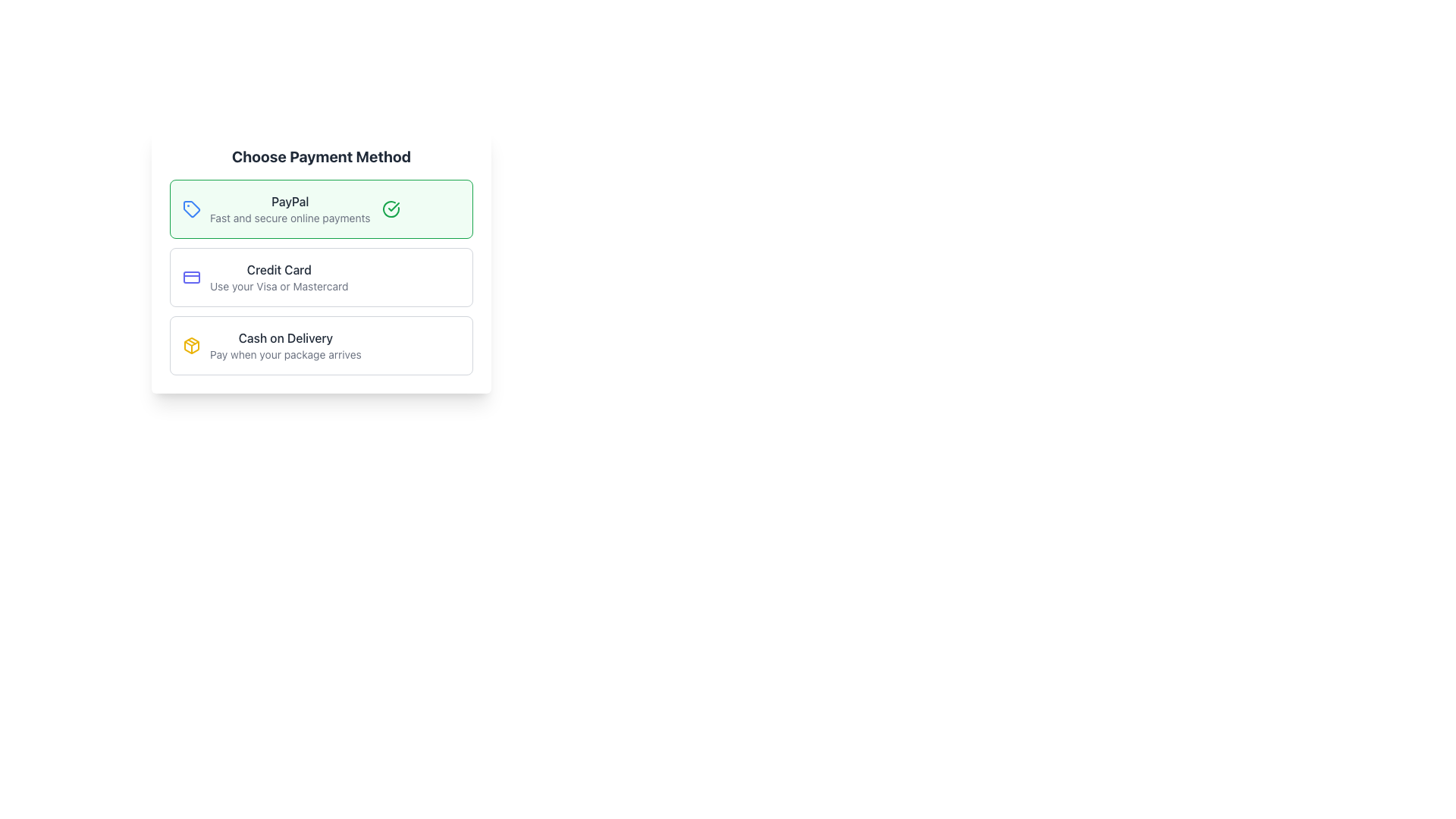  I want to click on description of the PayPal payment option, which highlights its benefits of speed and security. This description is provided in a text label located below the 'PayPal' text in the payment options list, so click(290, 218).